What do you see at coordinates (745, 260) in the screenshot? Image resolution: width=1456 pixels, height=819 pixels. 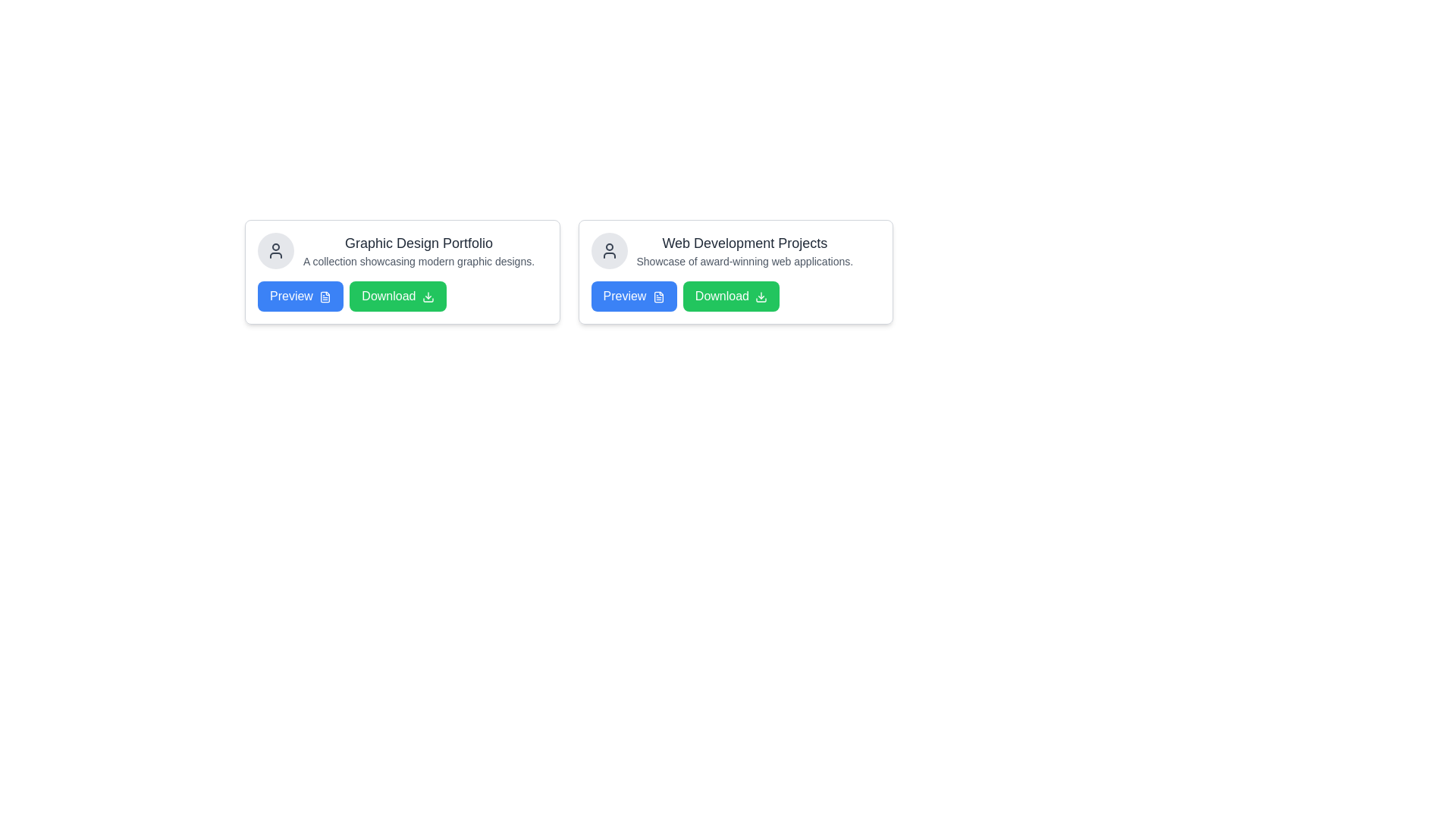 I see `text block located below the 'Web Development Projects' title, which provides additional context about the section` at bounding box center [745, 260].